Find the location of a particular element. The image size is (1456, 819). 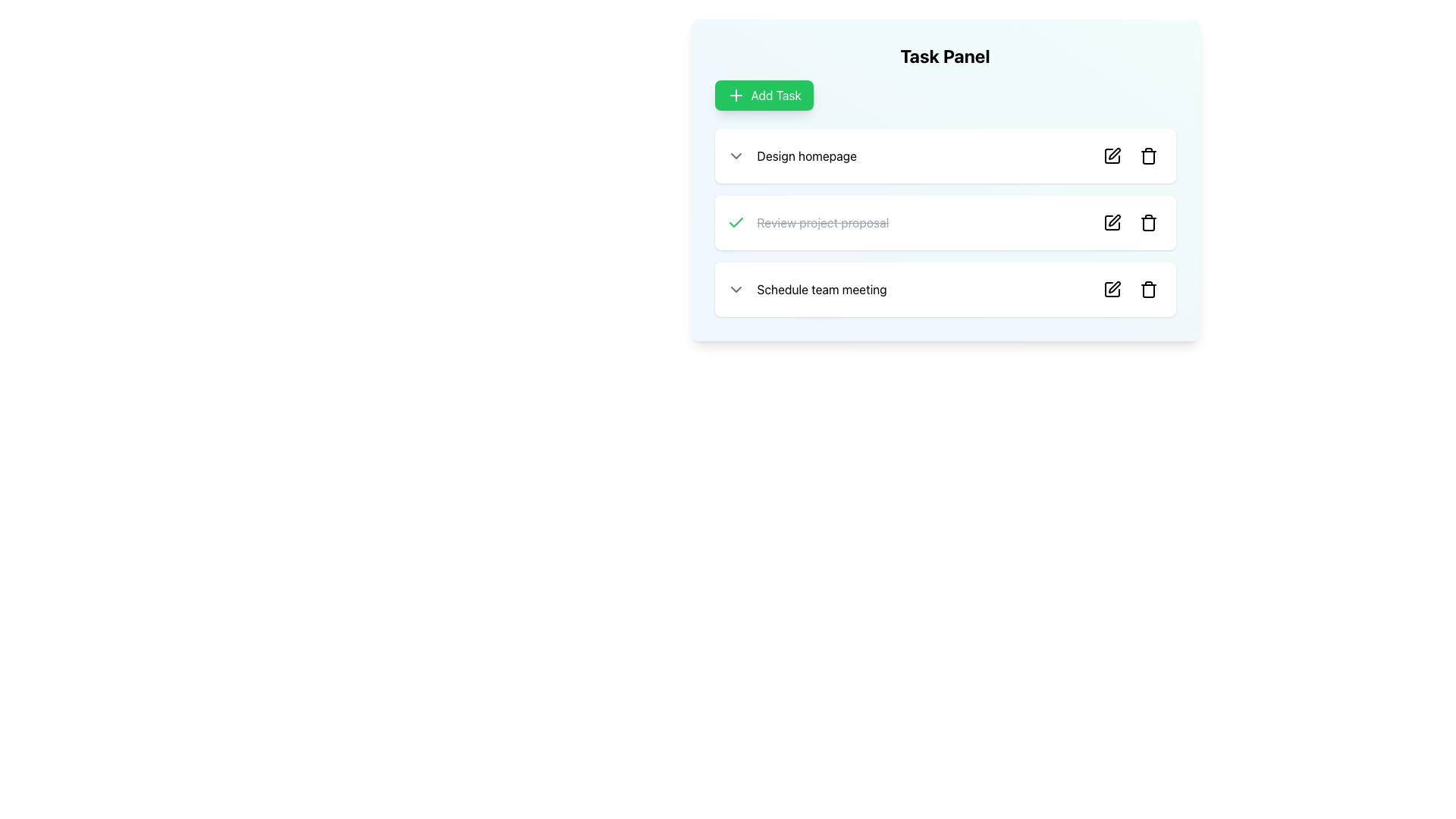

the 'Add Task' button, which is a rectangular button with rounded corners, a green background, and contains the text 'Add Task' in white, located in the 'Task Panel' is located at coordinates (764, 96).